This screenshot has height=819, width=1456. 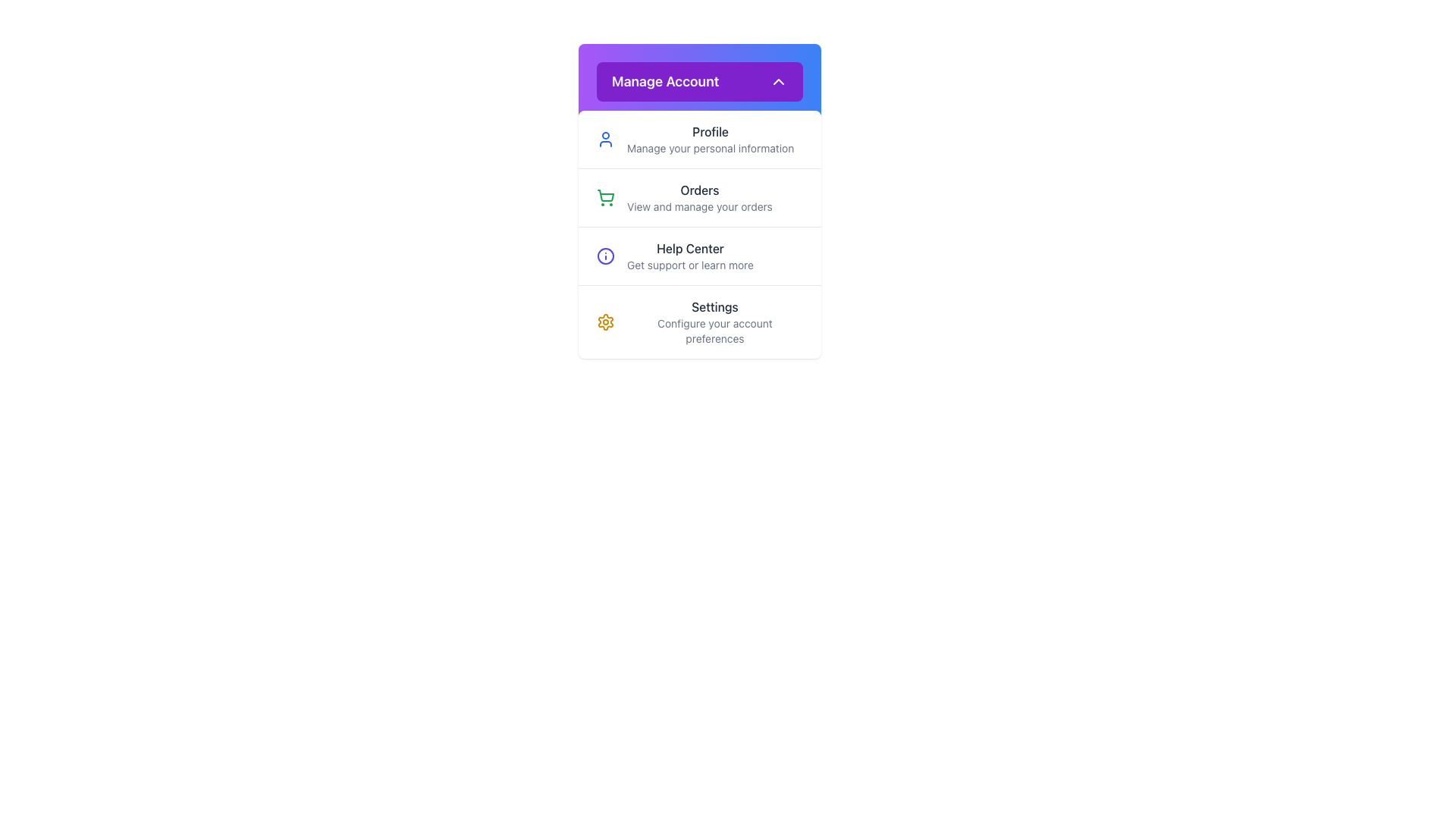 I want to click on the static Text Block that provides additional information for the 'Settings' section in the menu, located below the 'Settings' header, so click(x=714, y=330).